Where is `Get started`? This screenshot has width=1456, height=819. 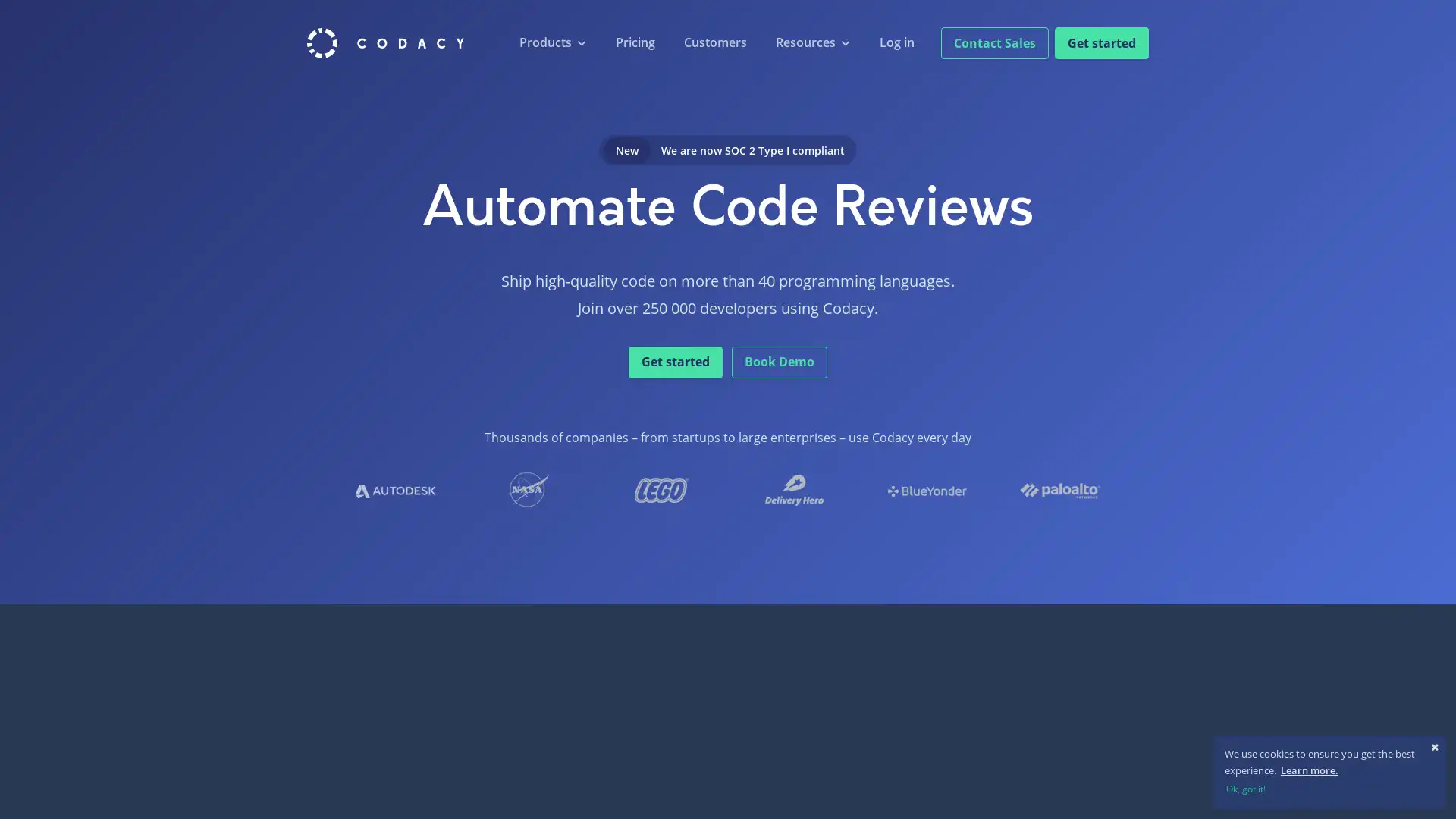 Get started is located at coordinates (675, 362).